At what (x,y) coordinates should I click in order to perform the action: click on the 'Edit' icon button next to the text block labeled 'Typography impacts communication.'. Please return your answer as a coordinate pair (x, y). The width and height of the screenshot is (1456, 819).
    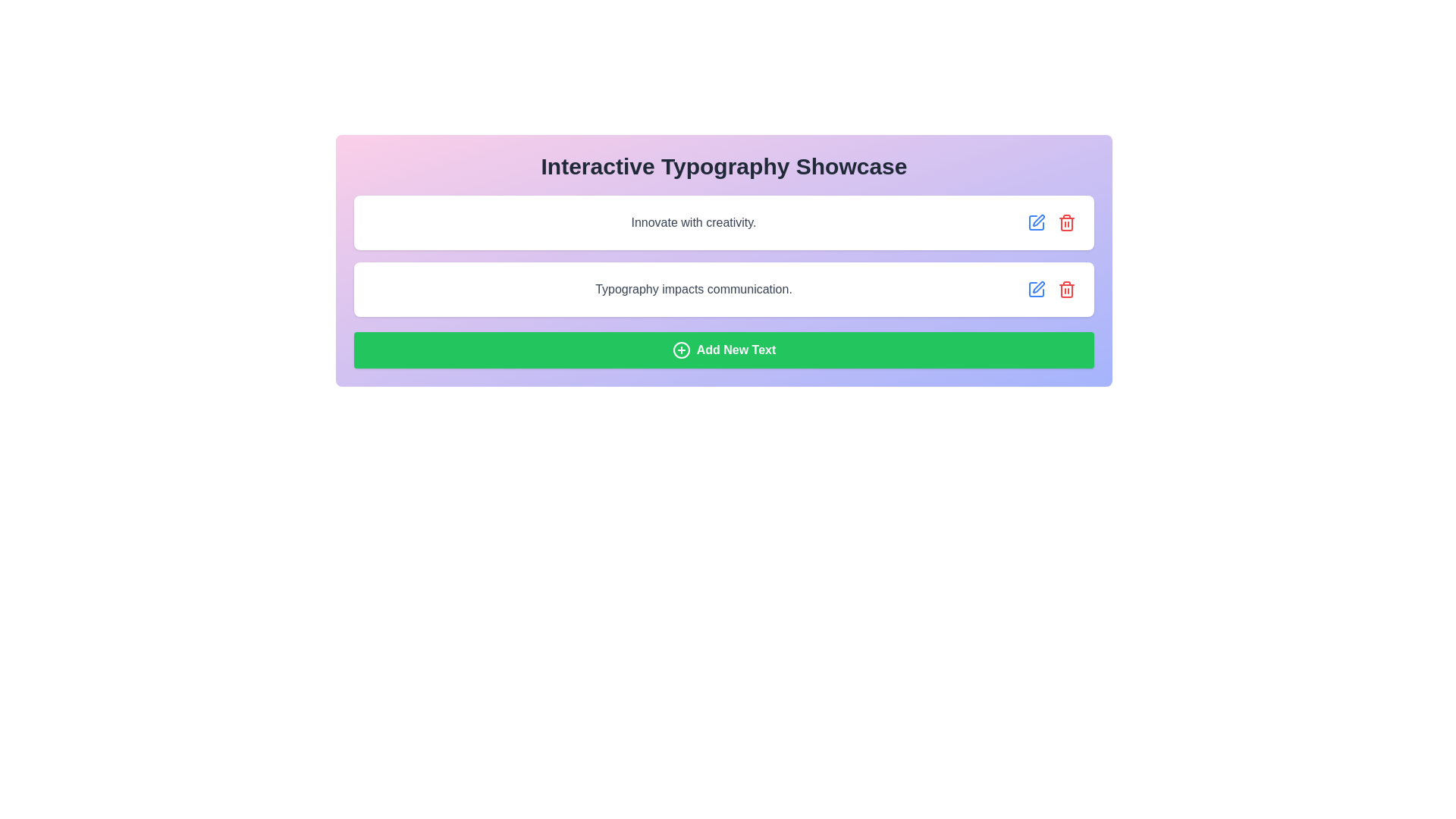
    Looking at the image, I should click on (1037, 287).